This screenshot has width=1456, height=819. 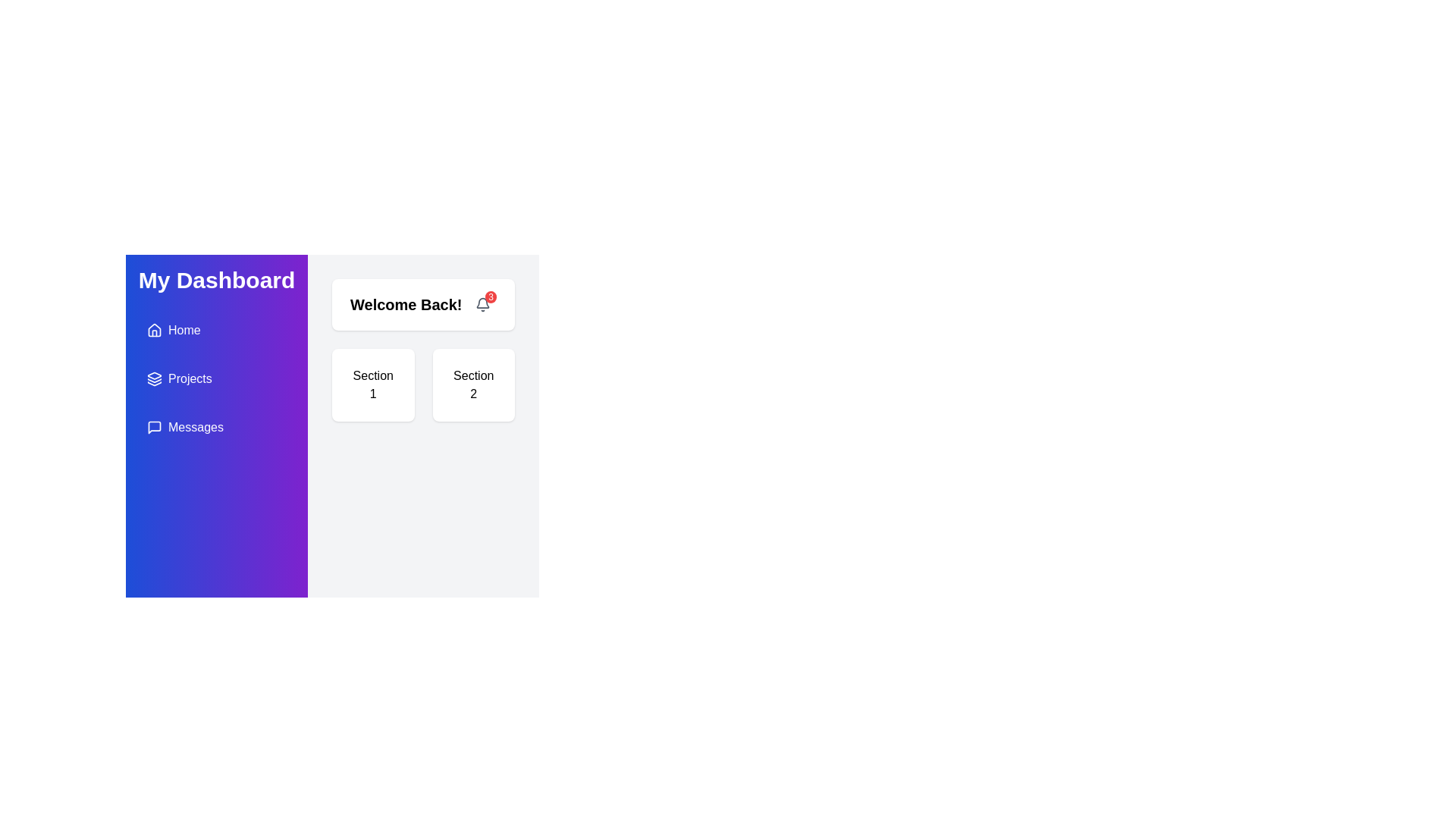 I want to click on the stack of layers icon in the sidebar menu, so click(x=154, y=378).